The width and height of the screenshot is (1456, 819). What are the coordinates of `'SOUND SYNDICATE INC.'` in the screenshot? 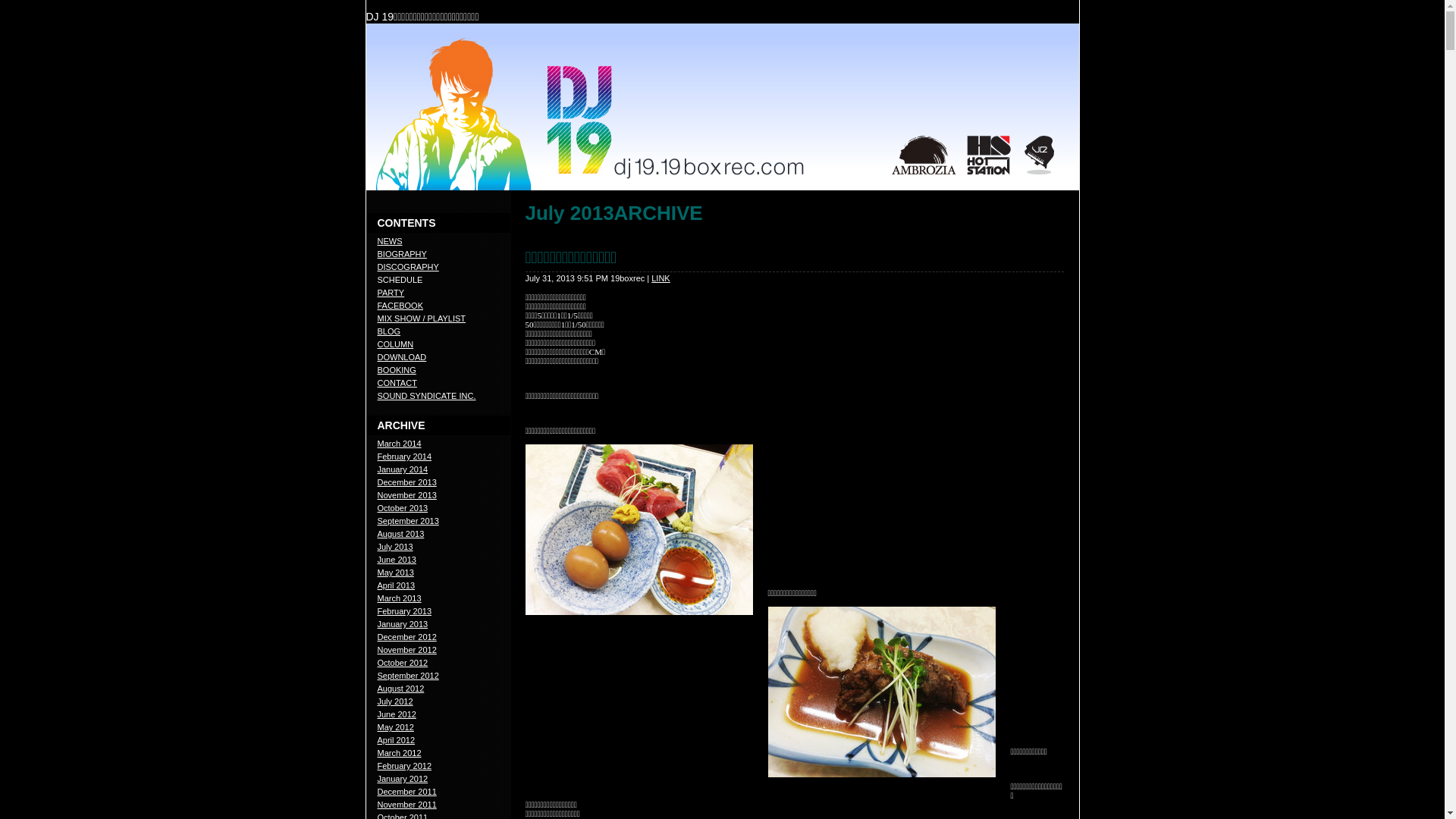 It's located at (425, 394).